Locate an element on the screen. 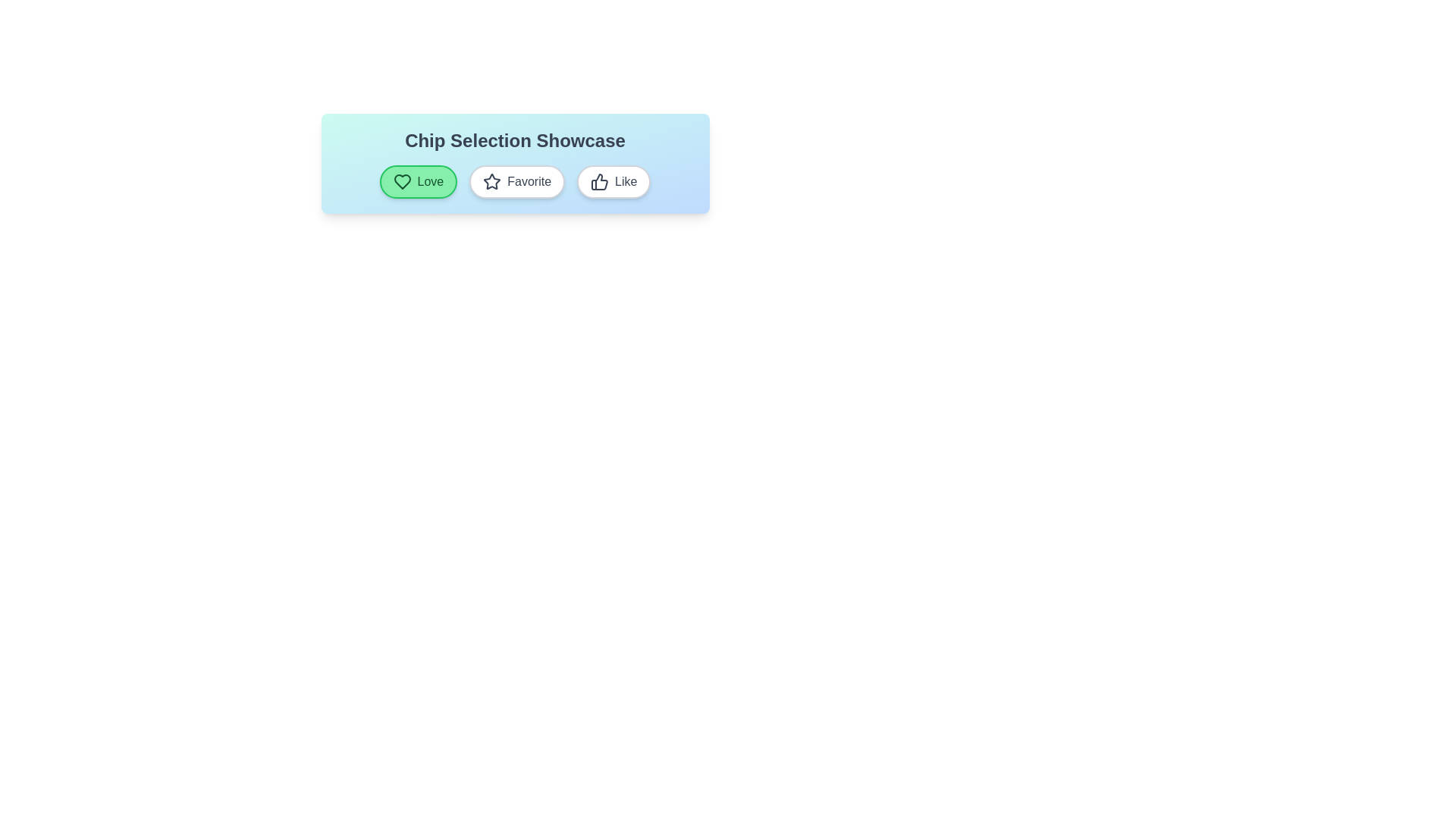  the chip labeled Love to observe its visual feedback is located at coordinates (419, 180).